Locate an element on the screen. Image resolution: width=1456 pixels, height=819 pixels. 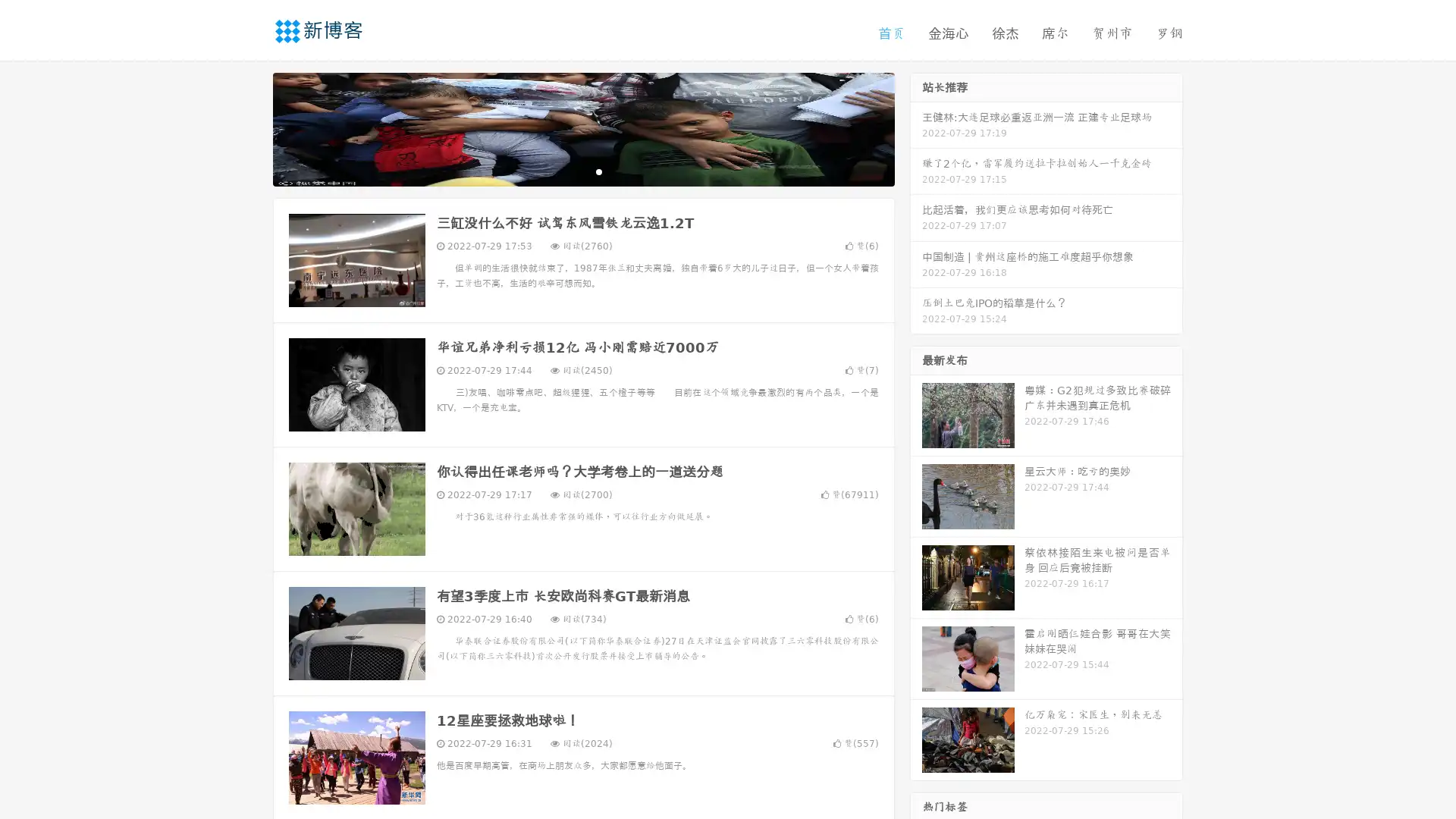
Go to slide 2 is located at coordinates (582, 171).